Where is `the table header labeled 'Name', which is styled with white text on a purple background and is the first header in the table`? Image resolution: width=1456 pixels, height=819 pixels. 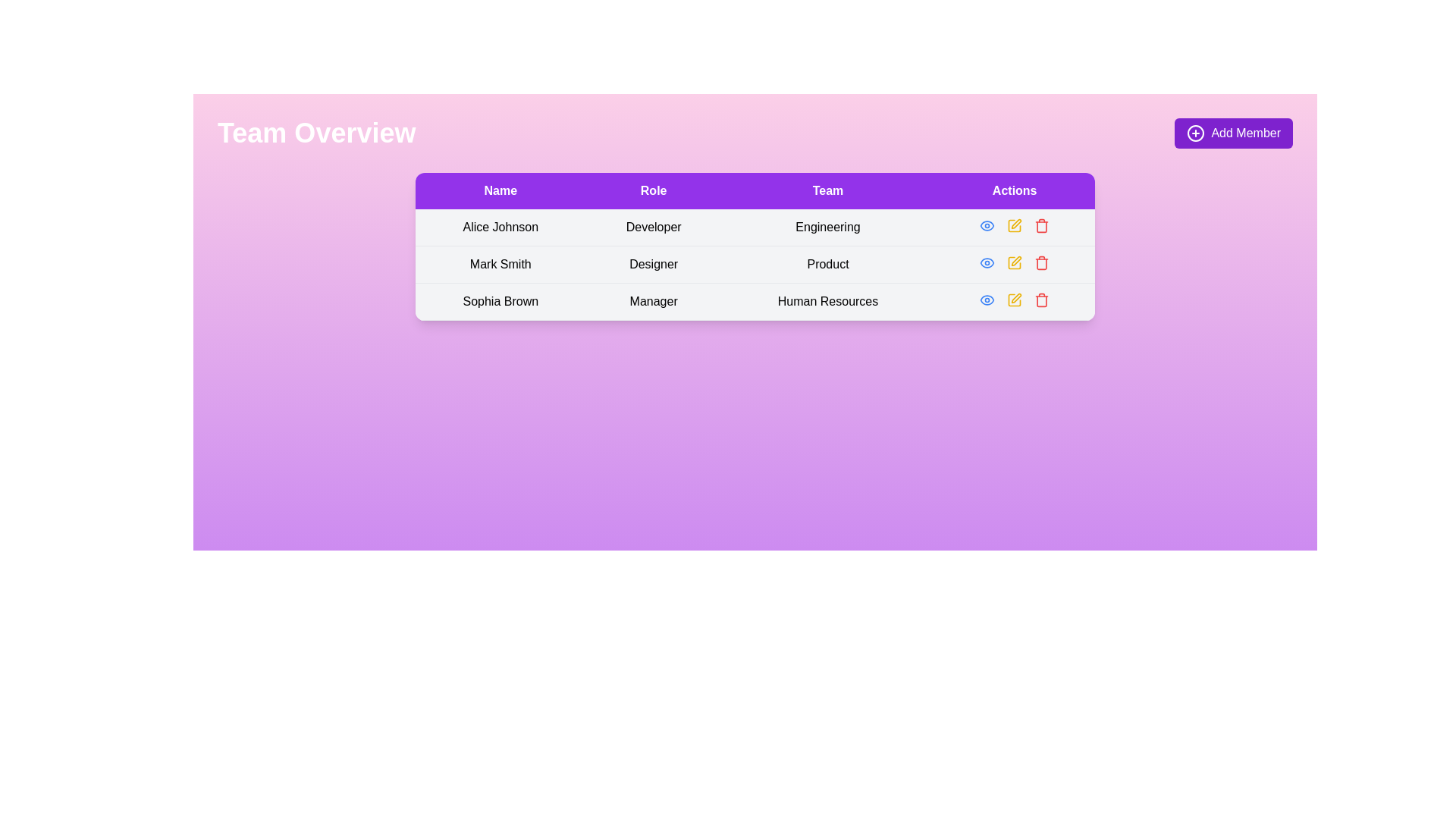
the table header labeled 'Name', which is styled with white text on a purple background and is the first header in the table is located at coordinates (500, 190).